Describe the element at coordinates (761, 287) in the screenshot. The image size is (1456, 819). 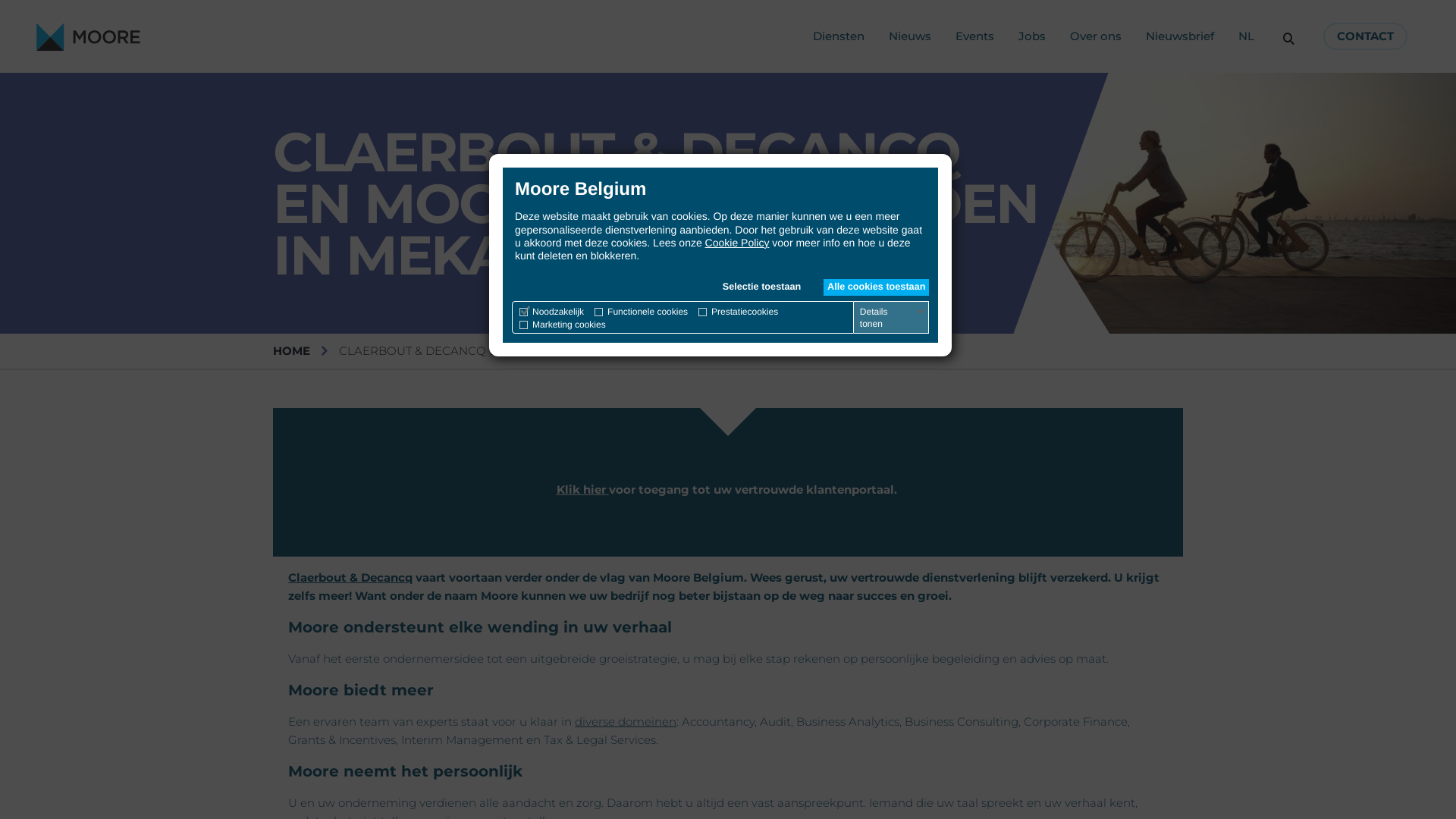
I see `'Selectie toestaan'` at that location.